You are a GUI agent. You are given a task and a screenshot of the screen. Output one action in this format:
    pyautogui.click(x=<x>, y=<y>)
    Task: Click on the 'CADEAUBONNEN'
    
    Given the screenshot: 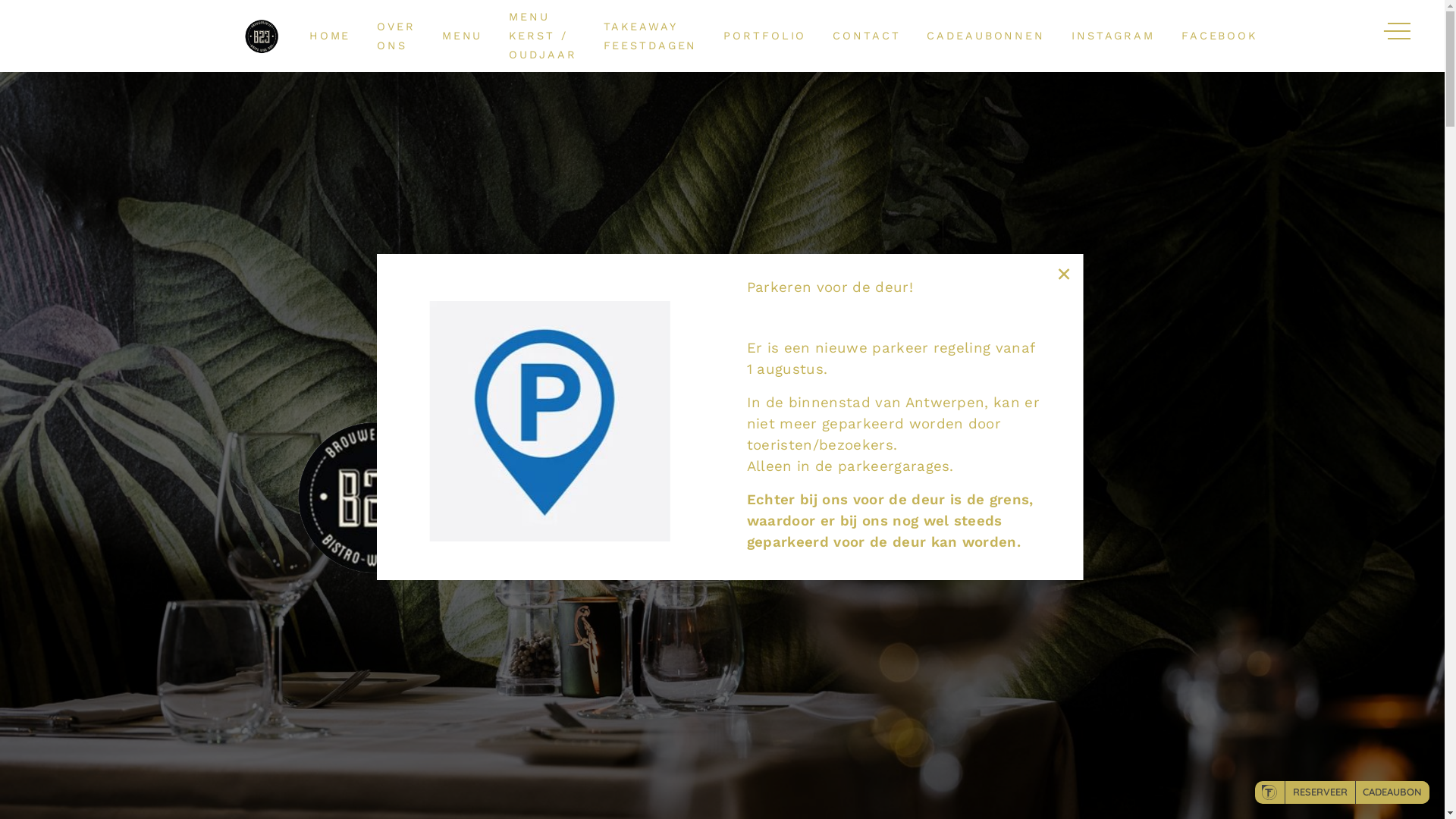 What is the action you would take?
    pyautogui.click(x=986, y=35)
    